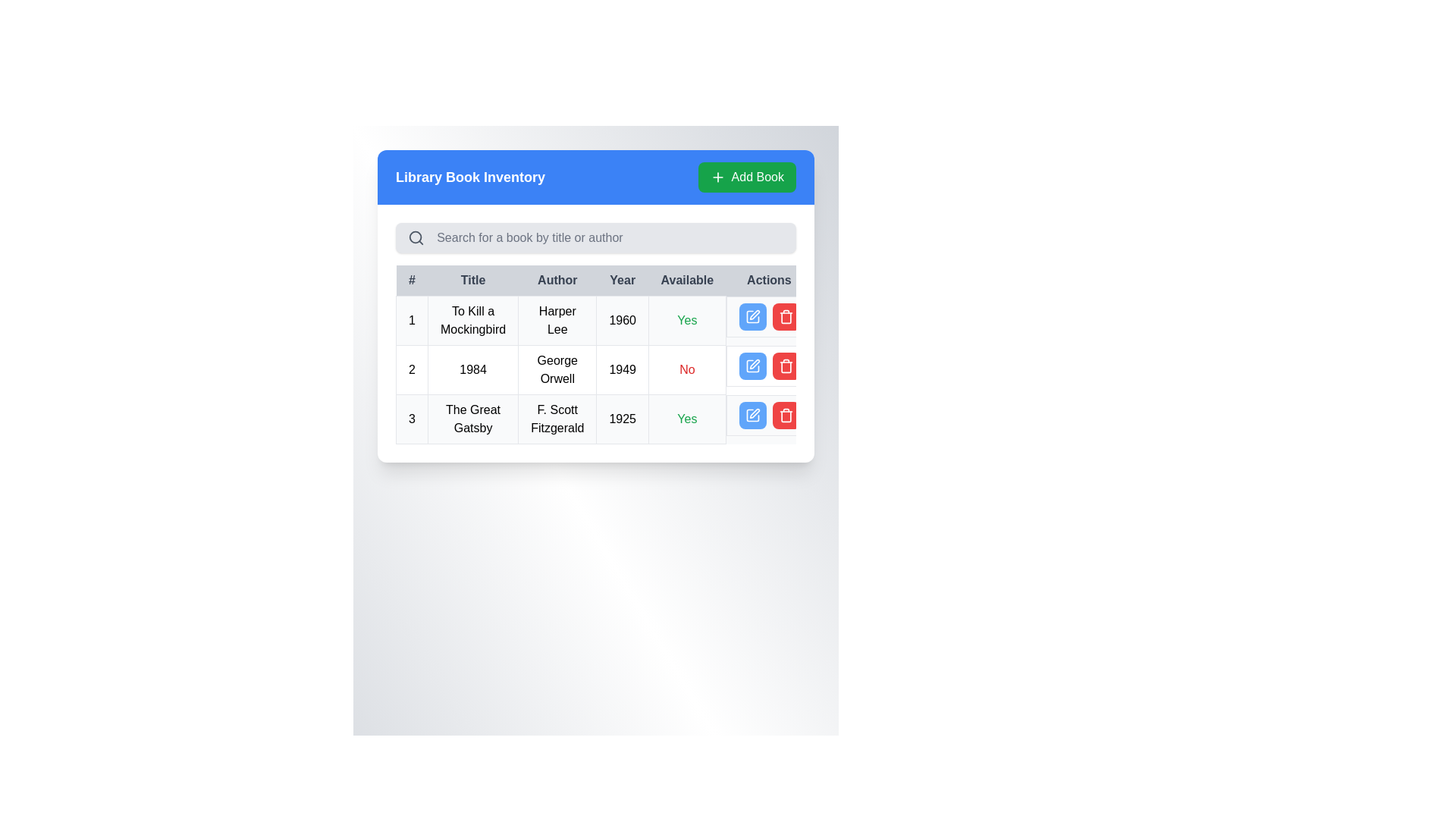 This screenshot has width=1456, height=819. Describe the element at coordinates (786, 317) in the screenshot. I see `the trash bin icon located on the right side of the action icons in the Actions column` at that location.